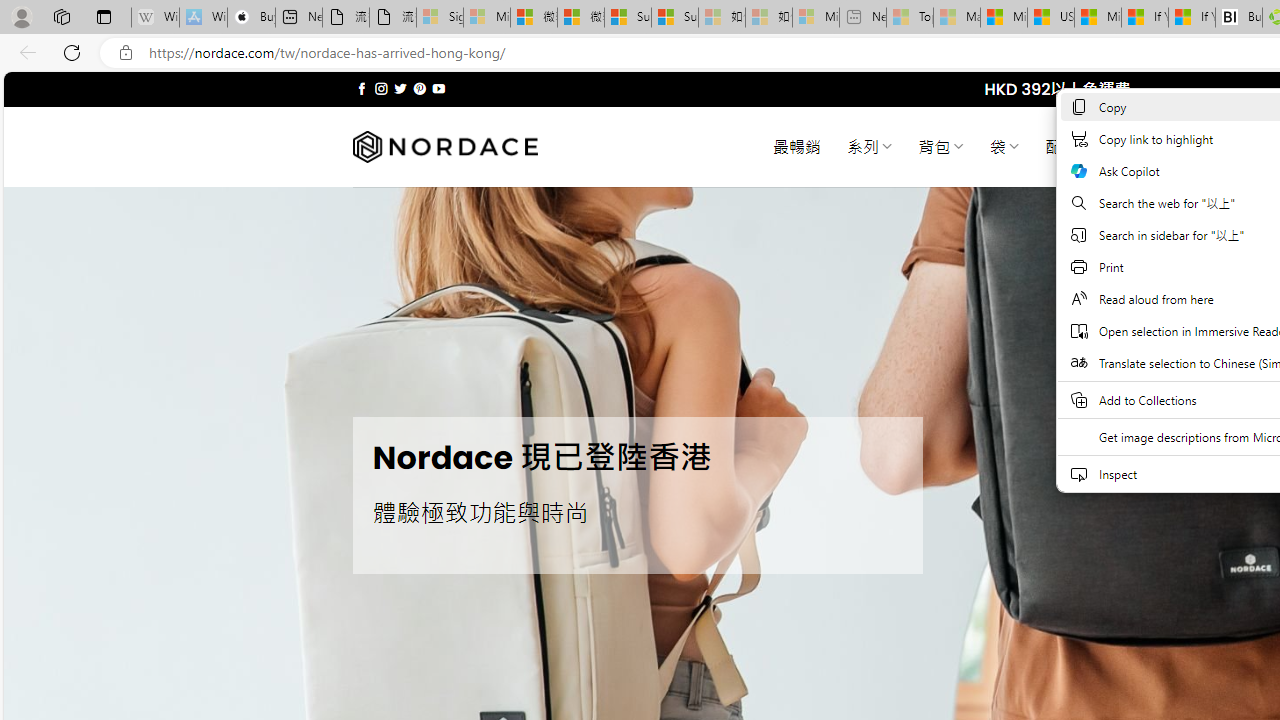 This screenshot has width=1280, height=720. I want to click on 'Follow on Facebook', so click(362, 88).